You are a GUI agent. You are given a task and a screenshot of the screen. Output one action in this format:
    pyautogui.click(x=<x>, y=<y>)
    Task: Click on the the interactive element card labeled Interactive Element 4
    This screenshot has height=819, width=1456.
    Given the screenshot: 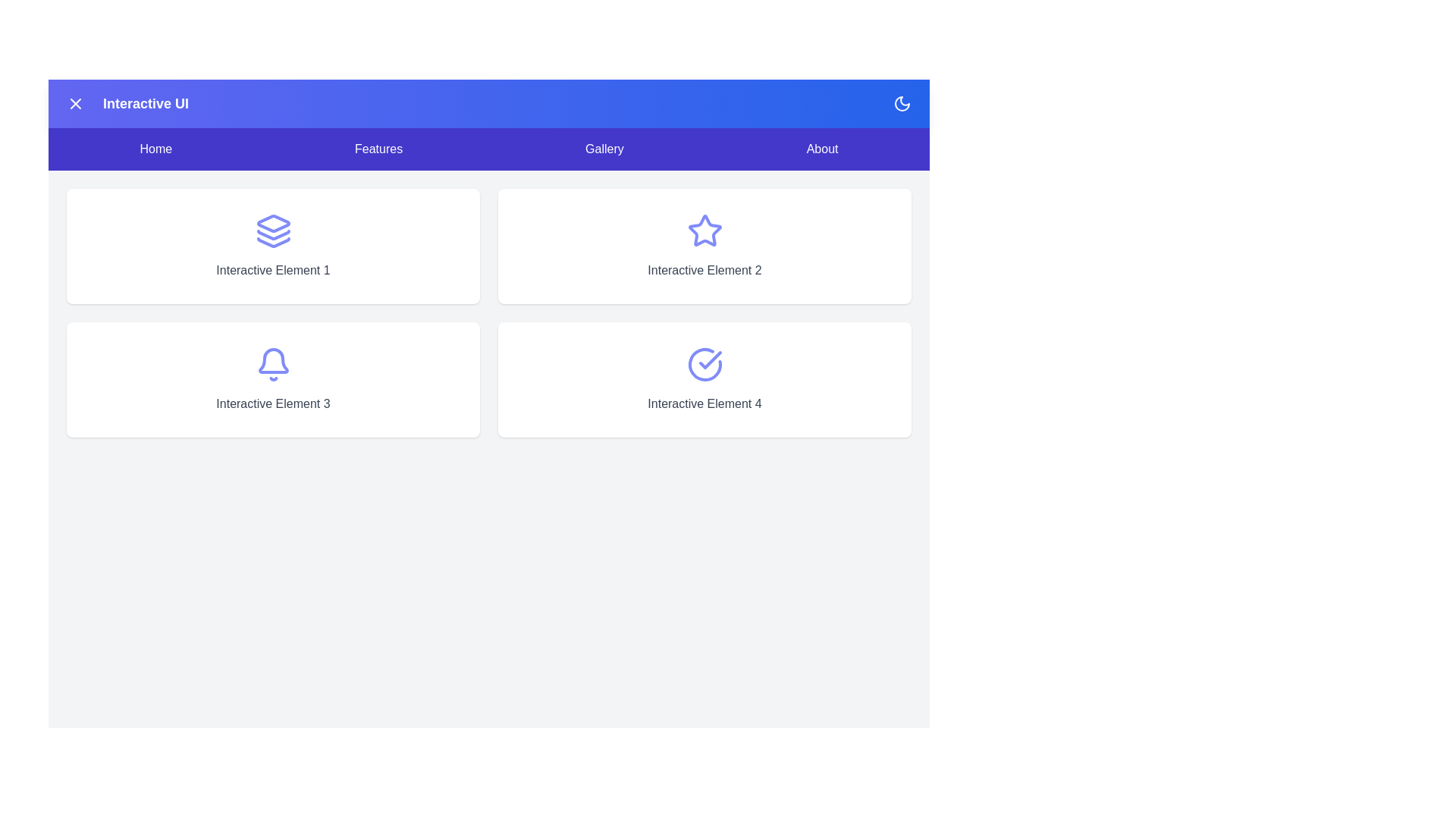 What is the action you would take?
    pyautogui.click(x=704, y=379)
    